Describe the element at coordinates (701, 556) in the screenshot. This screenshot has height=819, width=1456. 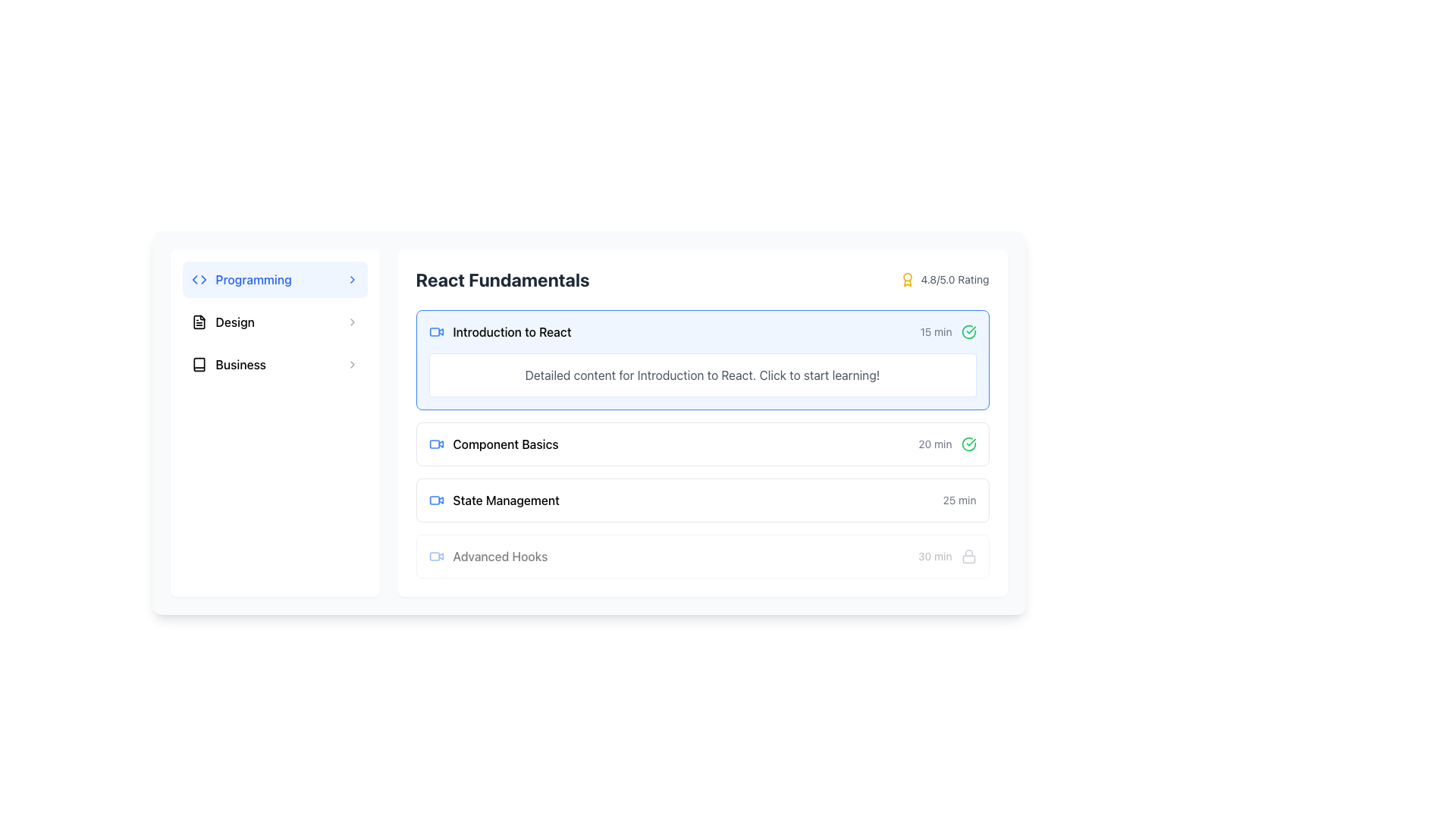
I see `lock state of the 'Advanced Hooks' card, which is the fourth item in the 'React Fundamentals' vertical list, featuring a title next to a video camera icon and a lock icon next to the duration text` at that location.